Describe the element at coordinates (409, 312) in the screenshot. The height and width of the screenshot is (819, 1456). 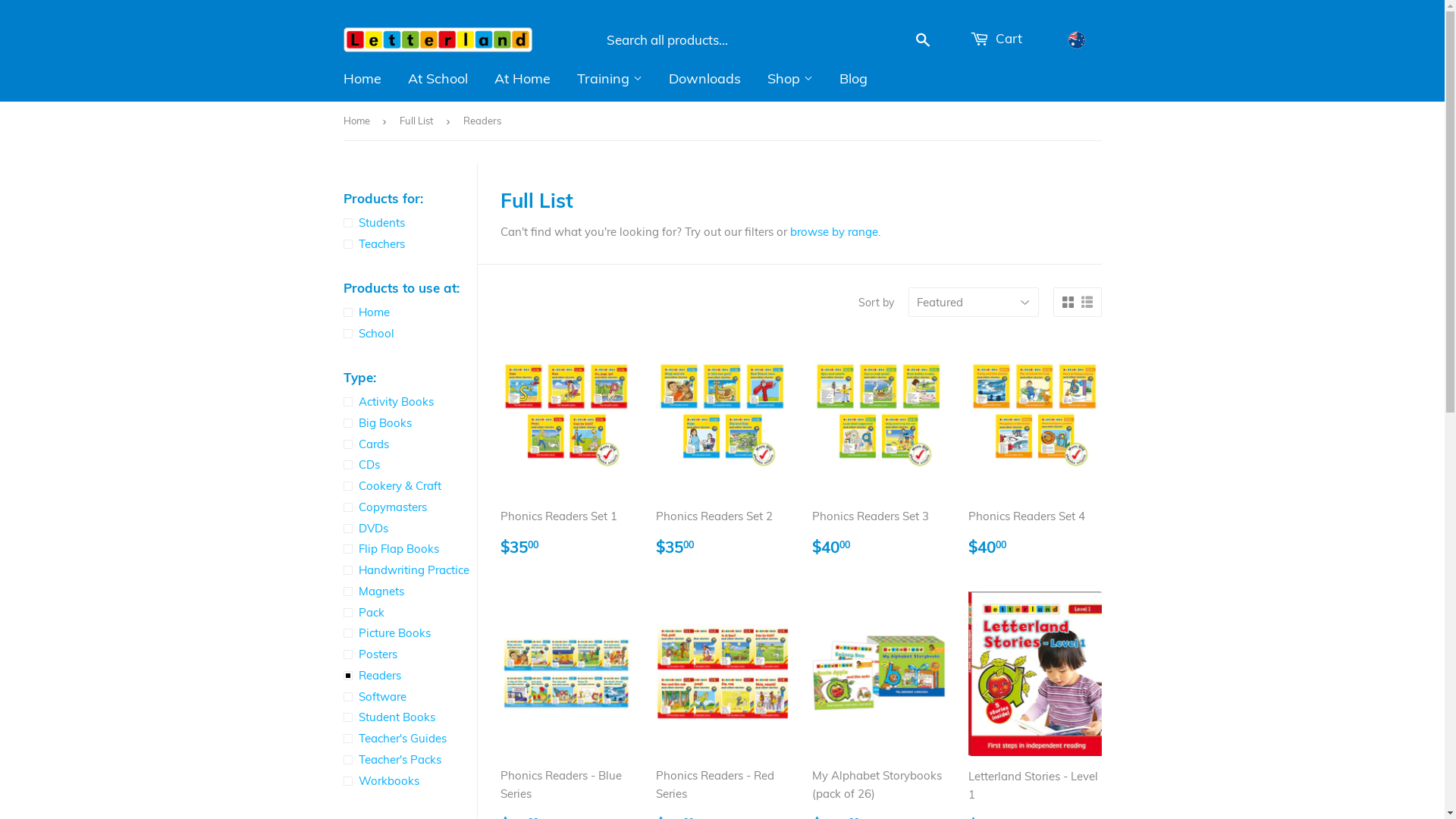
I see `'Home'` at that location.